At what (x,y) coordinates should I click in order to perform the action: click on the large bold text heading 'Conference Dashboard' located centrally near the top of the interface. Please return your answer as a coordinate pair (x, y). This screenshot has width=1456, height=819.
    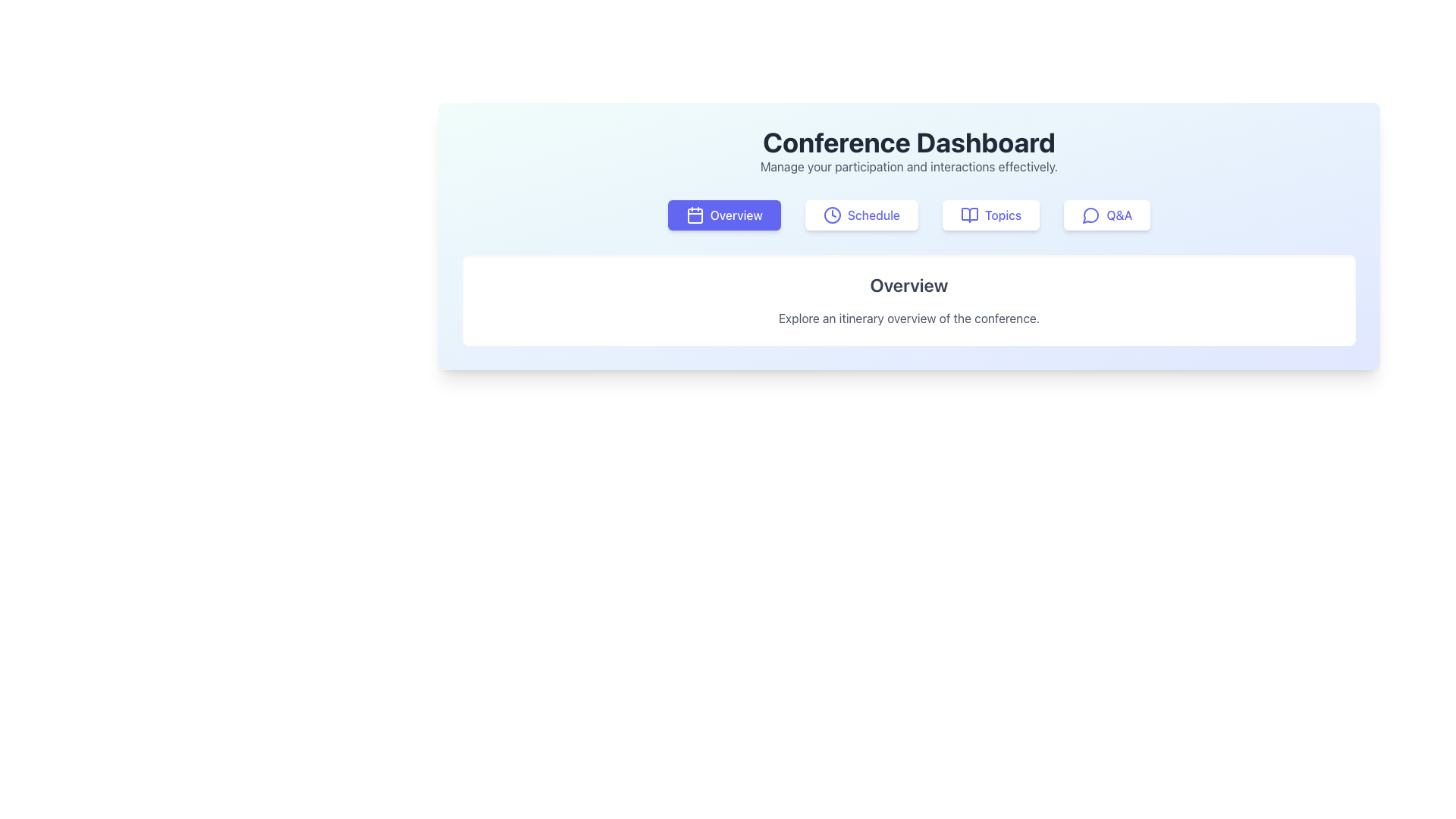
    Looking at the image, I should click on (909, 143).